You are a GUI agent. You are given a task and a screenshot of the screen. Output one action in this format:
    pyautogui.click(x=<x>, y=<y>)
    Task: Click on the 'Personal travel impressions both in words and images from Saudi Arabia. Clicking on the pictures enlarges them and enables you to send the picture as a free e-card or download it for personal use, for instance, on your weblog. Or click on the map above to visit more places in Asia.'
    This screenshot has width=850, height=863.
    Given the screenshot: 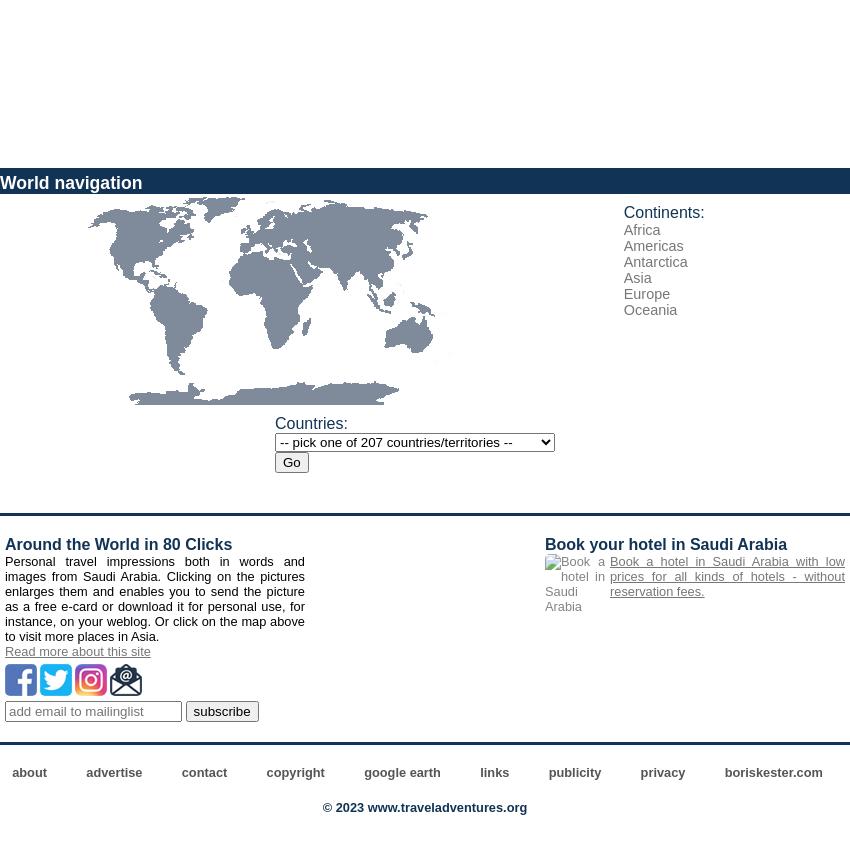 What is the action you would take?
    pyautogui.click(x=4, y=599)
    